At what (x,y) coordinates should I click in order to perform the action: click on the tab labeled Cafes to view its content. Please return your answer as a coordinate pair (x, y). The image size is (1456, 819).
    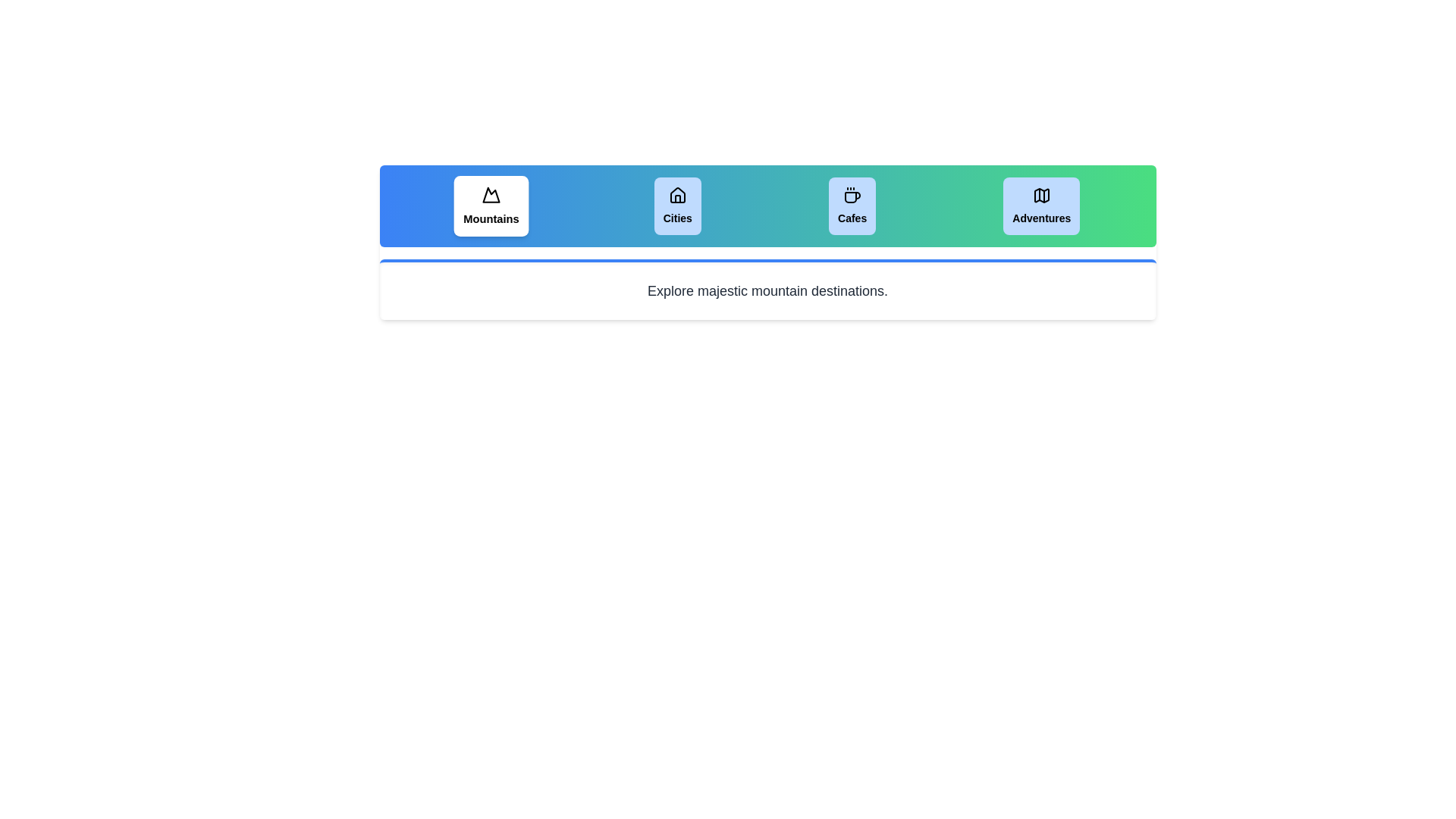
    Looking at the image, I should click on (852, 206).